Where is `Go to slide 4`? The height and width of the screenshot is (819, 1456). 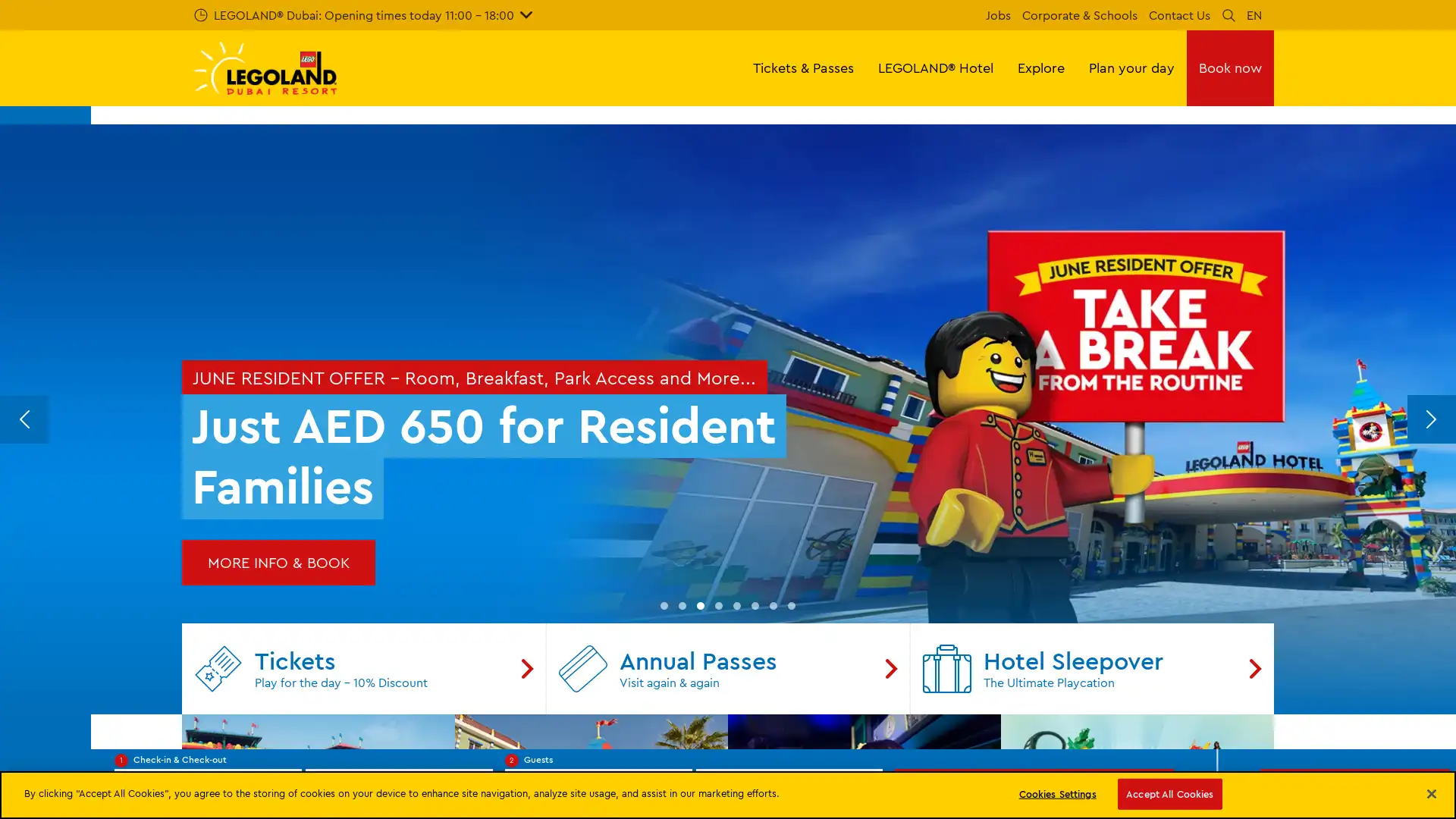
Go to slide 4 is located at coordinates (718, 604).